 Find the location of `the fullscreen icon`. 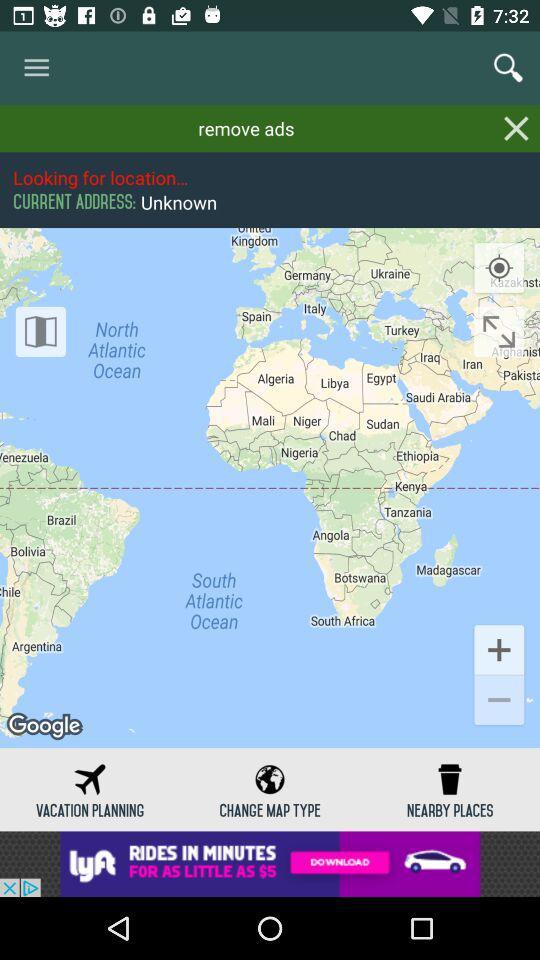

the fullscreen icon is located at coordinates (498, 331).